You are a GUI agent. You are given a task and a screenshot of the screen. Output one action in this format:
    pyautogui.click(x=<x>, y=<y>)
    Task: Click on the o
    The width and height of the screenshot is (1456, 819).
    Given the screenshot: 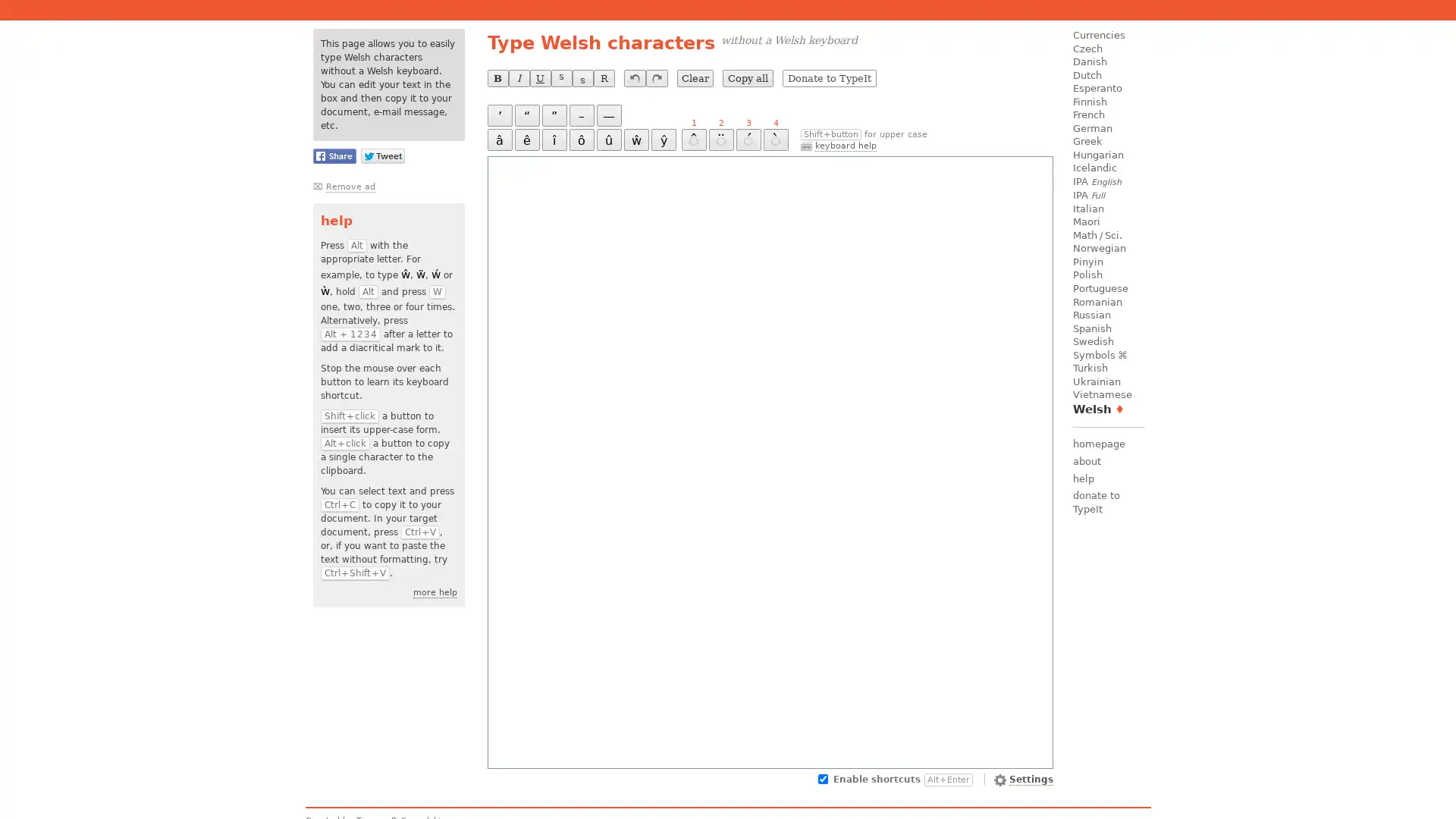 What is the action you would take?
    pyautogui.click(x=580, y=140)
    